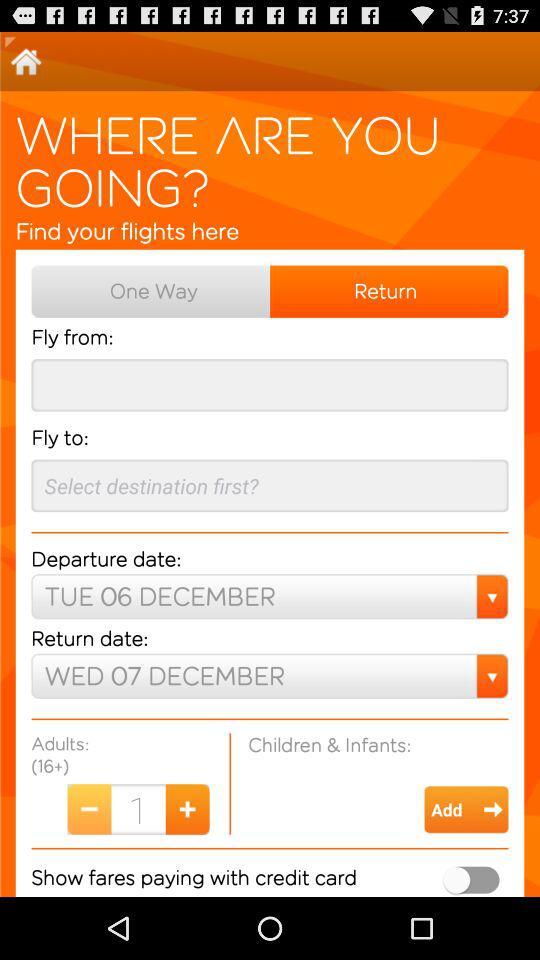 The image size is (540, 960). Describe the element at coordinates (270, 484) in the screenshot. I see `the text field below fly to` at that location.